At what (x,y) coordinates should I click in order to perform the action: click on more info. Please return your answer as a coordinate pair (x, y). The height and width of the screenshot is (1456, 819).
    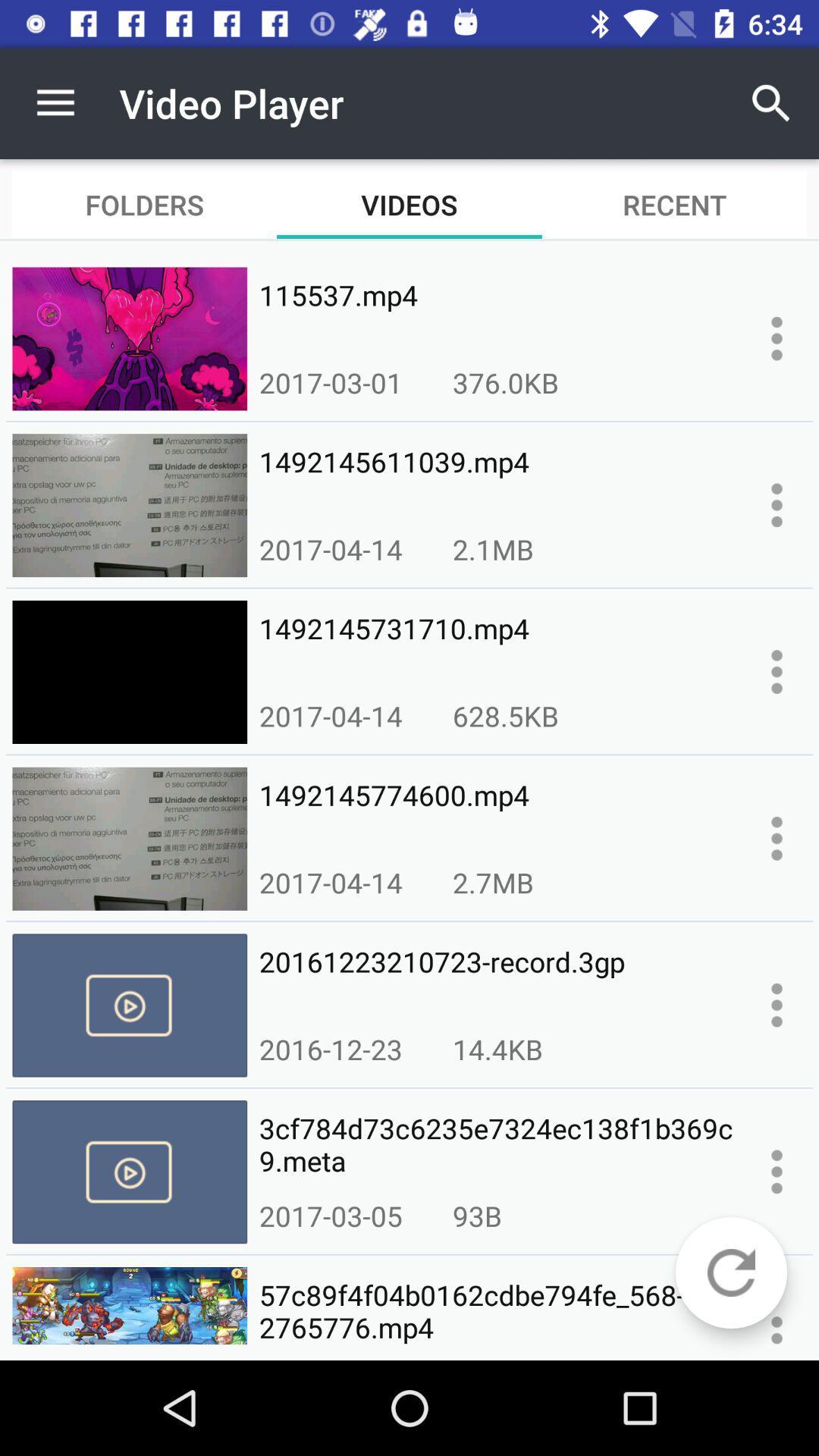
    Looking at the image, I should click on (777, 671).